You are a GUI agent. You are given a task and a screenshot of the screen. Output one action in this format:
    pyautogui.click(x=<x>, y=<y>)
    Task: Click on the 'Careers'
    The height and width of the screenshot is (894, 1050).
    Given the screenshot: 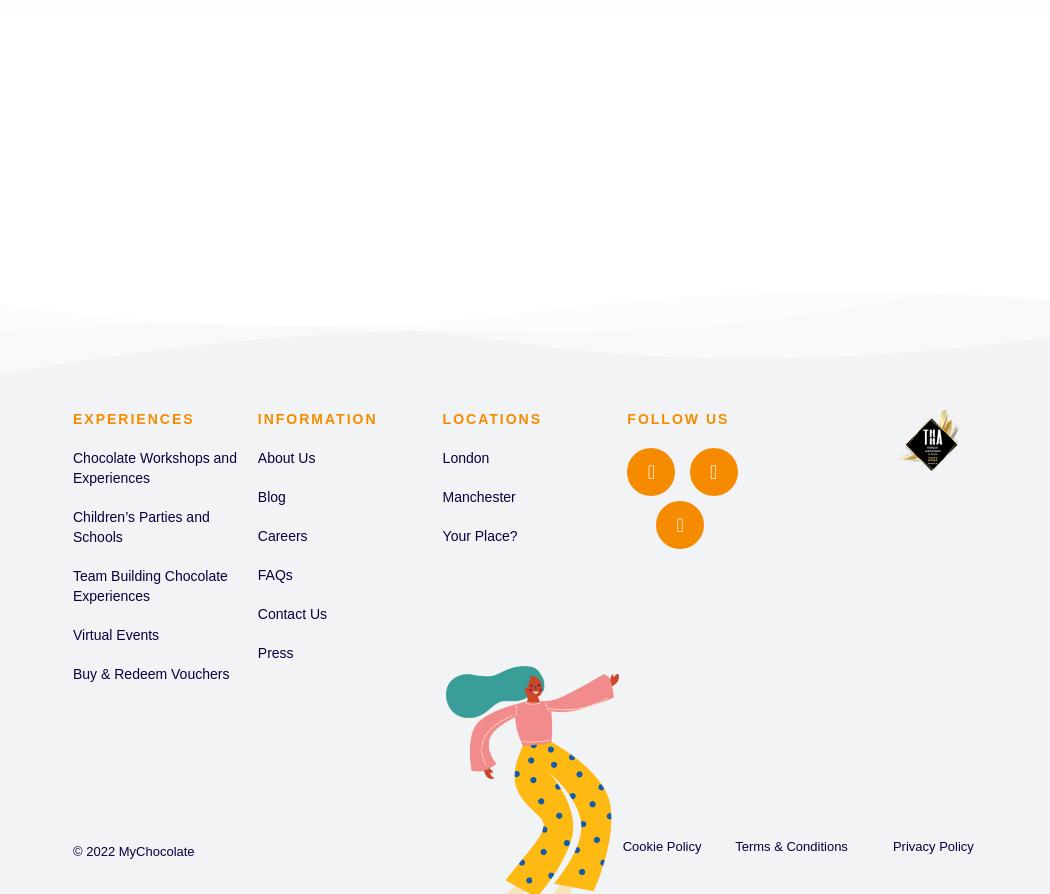 What is the action you would take?
    pyautogui.click(x=281, y=536)
    